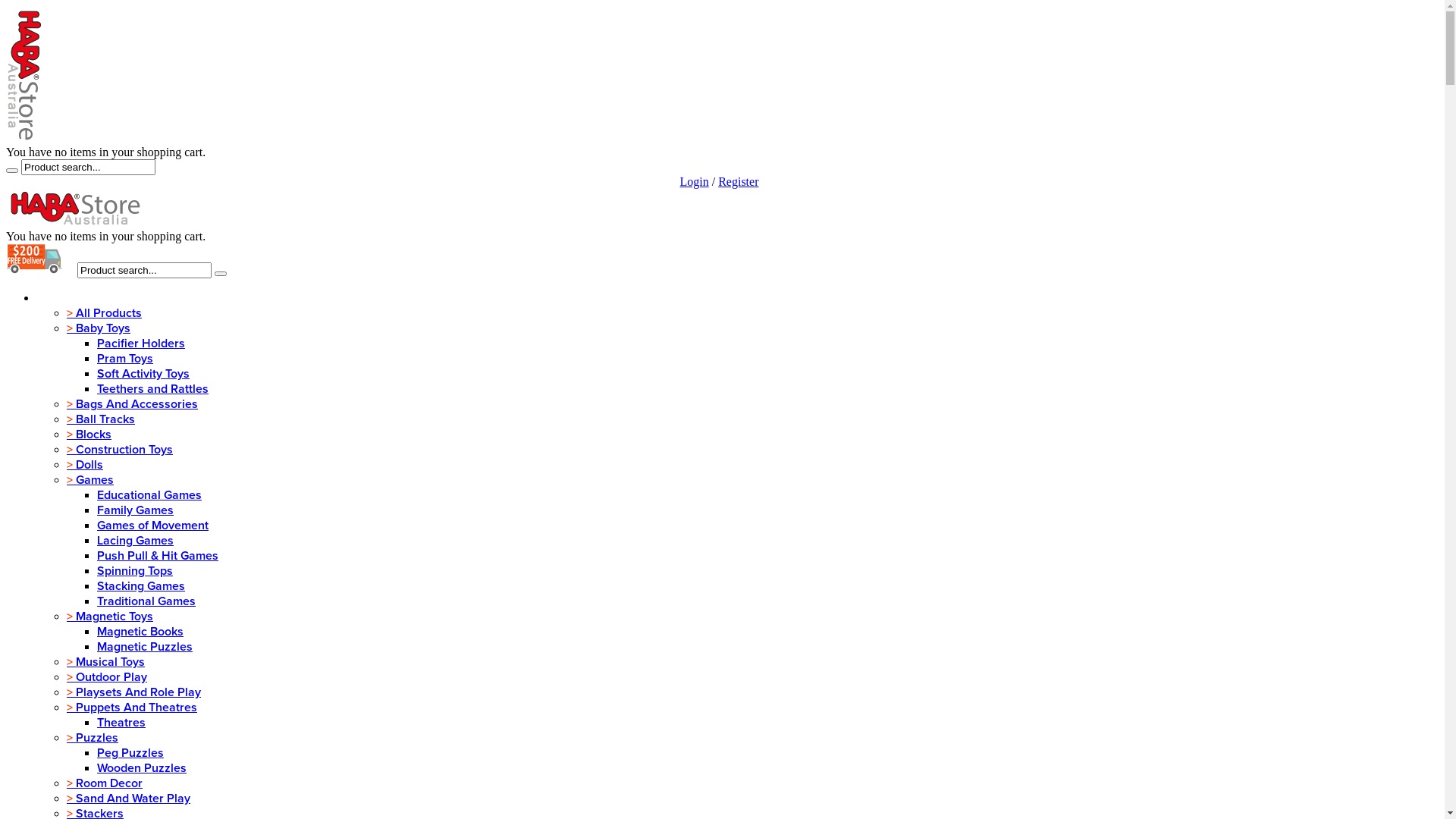 This screenshot has width=1456, height=819. Describe the element at coordinates (96, 388) in the screenshot. I see `'Teethers and Rattles'` at that location.